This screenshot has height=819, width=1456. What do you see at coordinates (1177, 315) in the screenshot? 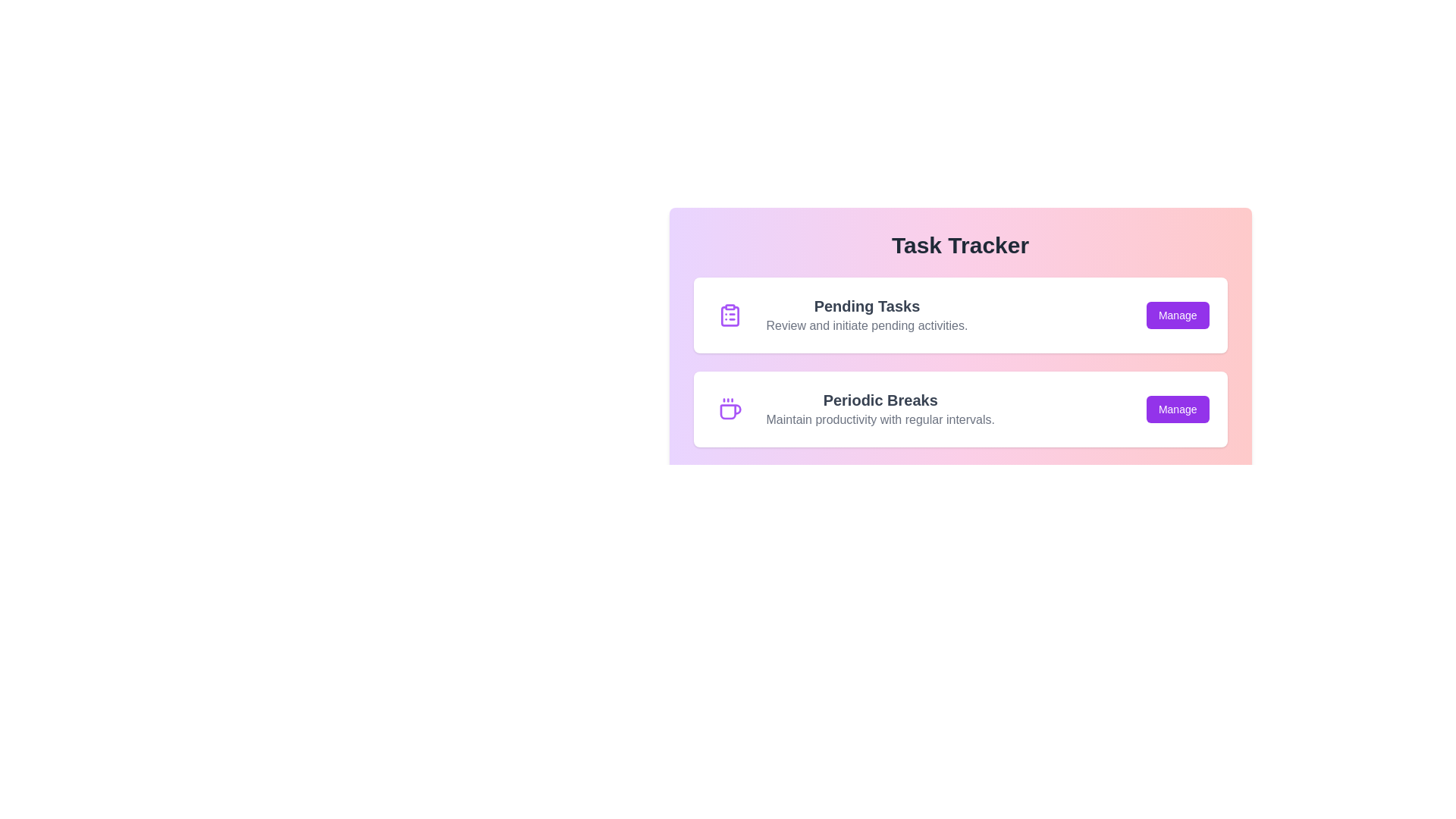
I see `'Manage' button for the task 'Pending Tasks'` at bounding box center [1177, 315].